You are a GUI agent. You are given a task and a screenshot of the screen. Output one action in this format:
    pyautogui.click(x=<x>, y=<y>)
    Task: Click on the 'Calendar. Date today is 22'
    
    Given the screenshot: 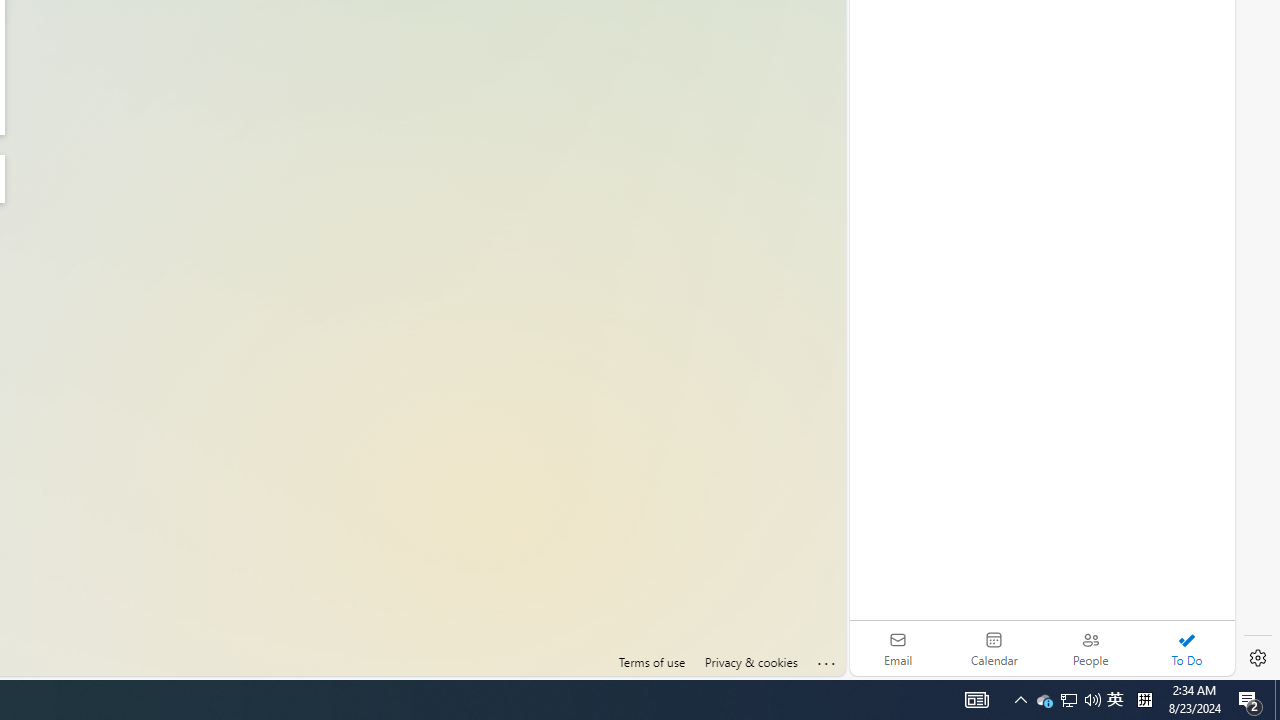 What is the action you would take?
    pyautogui.click(x=994, y=648)
    